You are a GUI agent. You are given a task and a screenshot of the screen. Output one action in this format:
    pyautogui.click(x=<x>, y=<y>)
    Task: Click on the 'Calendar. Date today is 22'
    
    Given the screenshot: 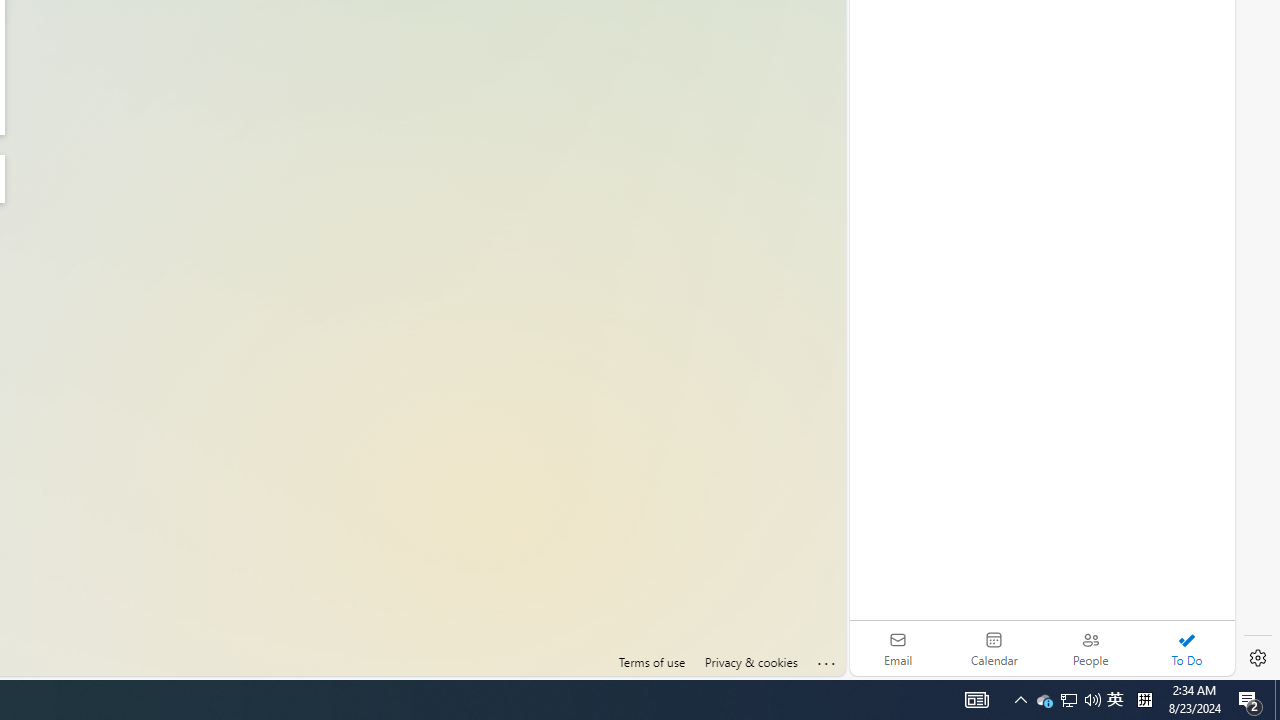 What is the action you would take?
    pyautogui.click(x=994, y=648)
    